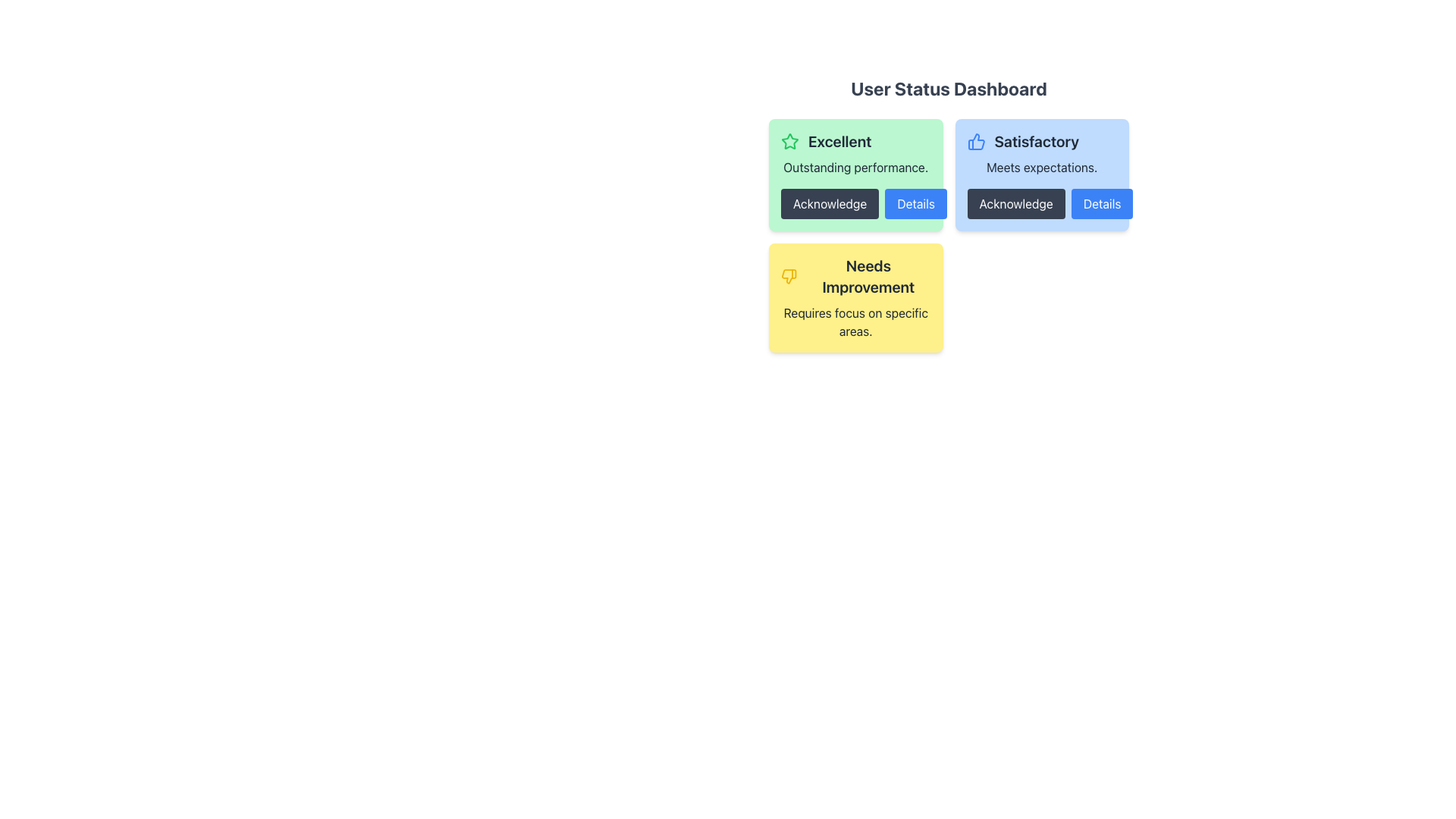 Image resolution: width=1456 pixels, height=819 pixels. I want to click on title of the Heading with Icon that displays 'Satisfactory' next to a blue thumbs-up icon, so click(1041, 141).